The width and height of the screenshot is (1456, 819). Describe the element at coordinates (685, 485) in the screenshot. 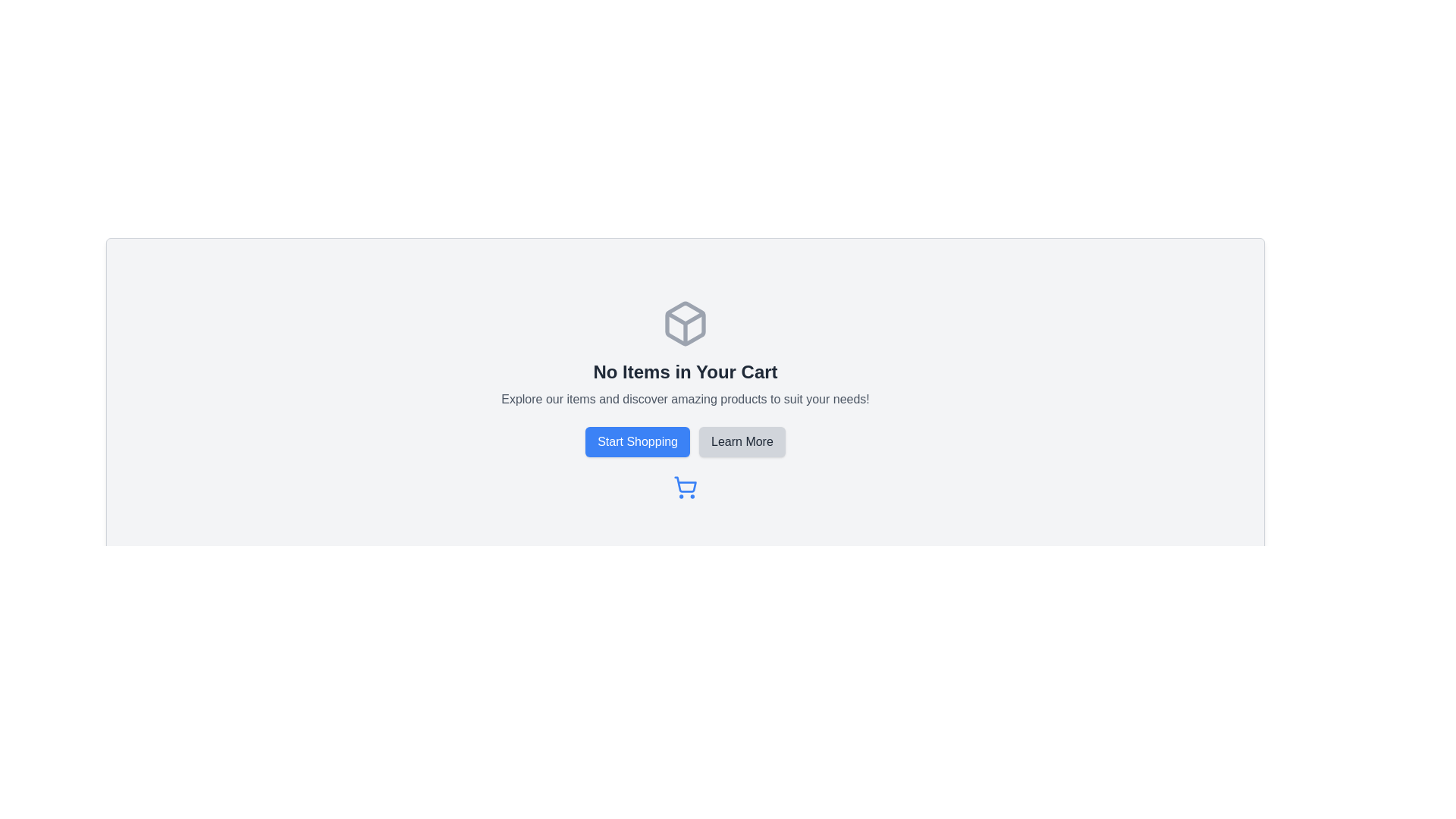

I see `the decorative part of the shopping cart icon, which is located in the center section of the icon and visually resembles a shopping cart frame with blue strokes` at that location.